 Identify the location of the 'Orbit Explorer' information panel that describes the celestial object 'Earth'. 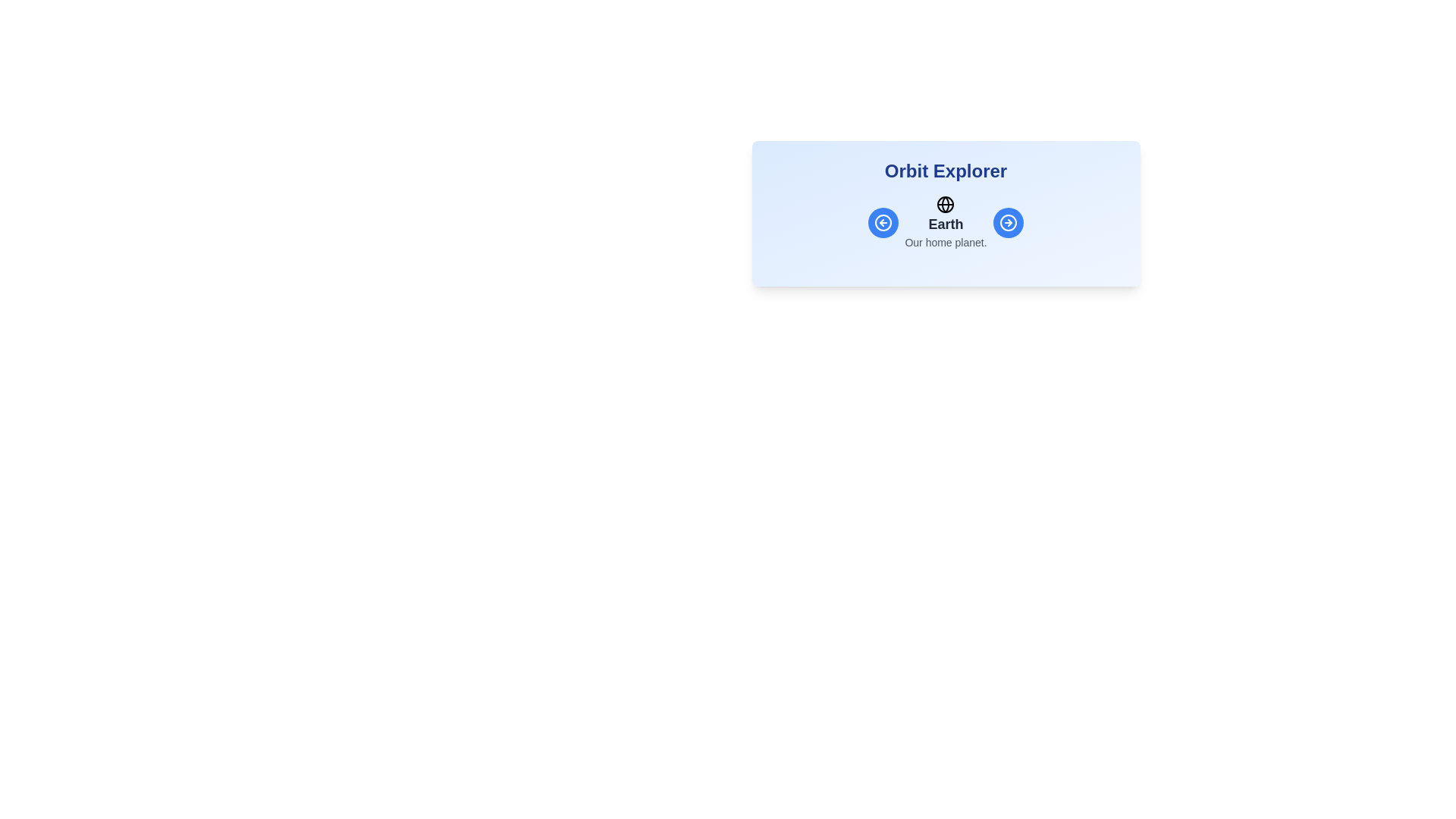
(945, 213).